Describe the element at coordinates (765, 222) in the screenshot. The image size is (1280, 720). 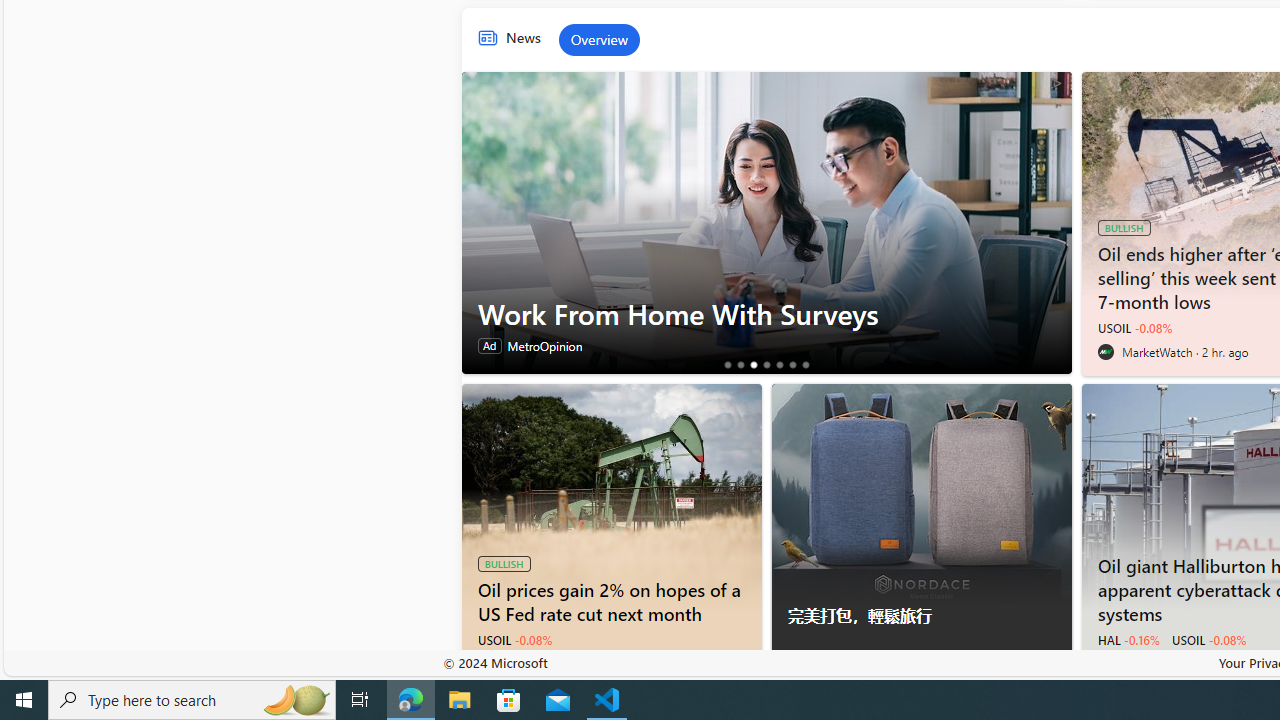
I see `'Work From Home With Surveys'` at that location.